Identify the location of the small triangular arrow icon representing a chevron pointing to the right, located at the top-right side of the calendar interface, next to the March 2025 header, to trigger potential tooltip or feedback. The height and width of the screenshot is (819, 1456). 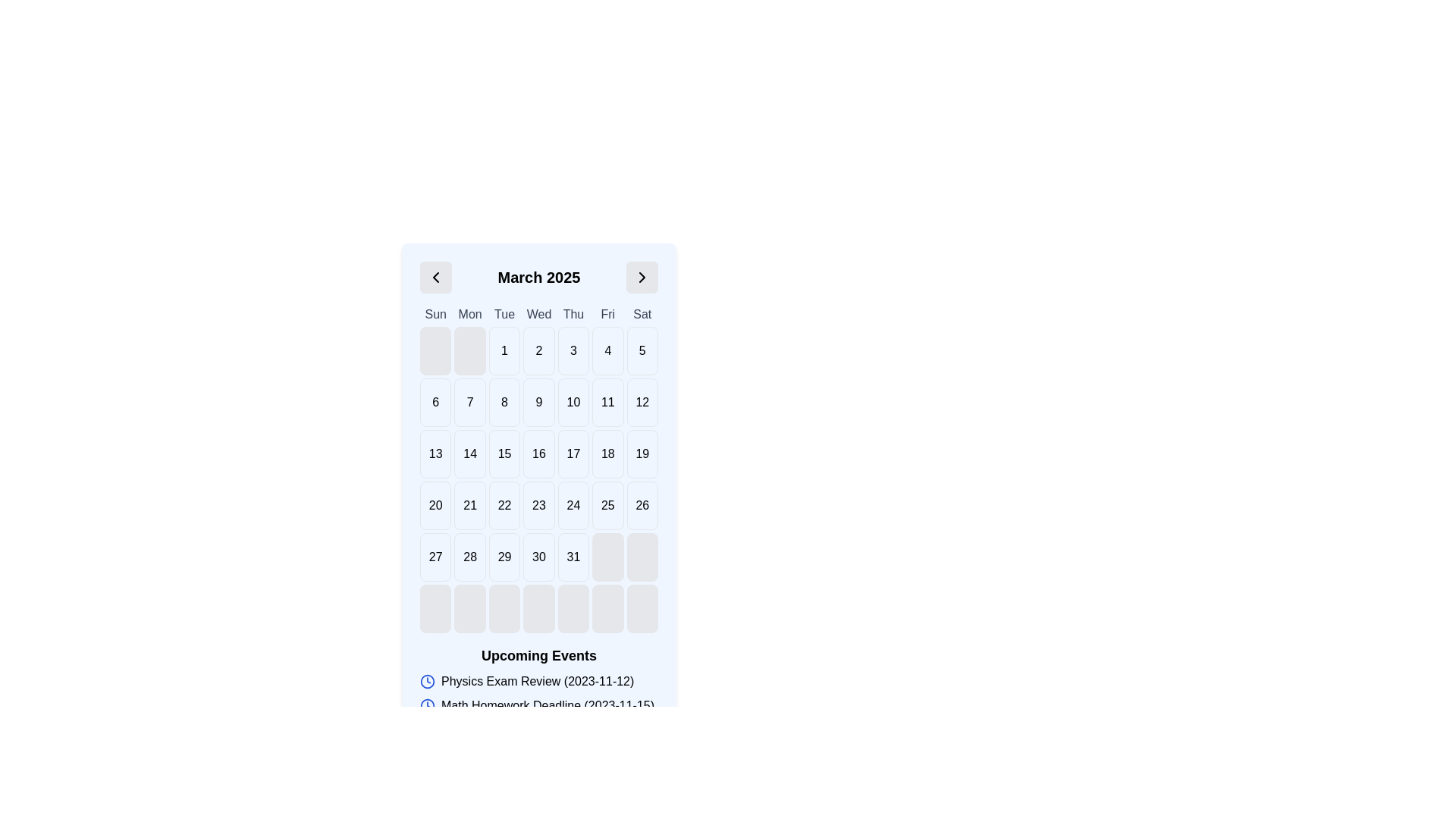
(642, 278).